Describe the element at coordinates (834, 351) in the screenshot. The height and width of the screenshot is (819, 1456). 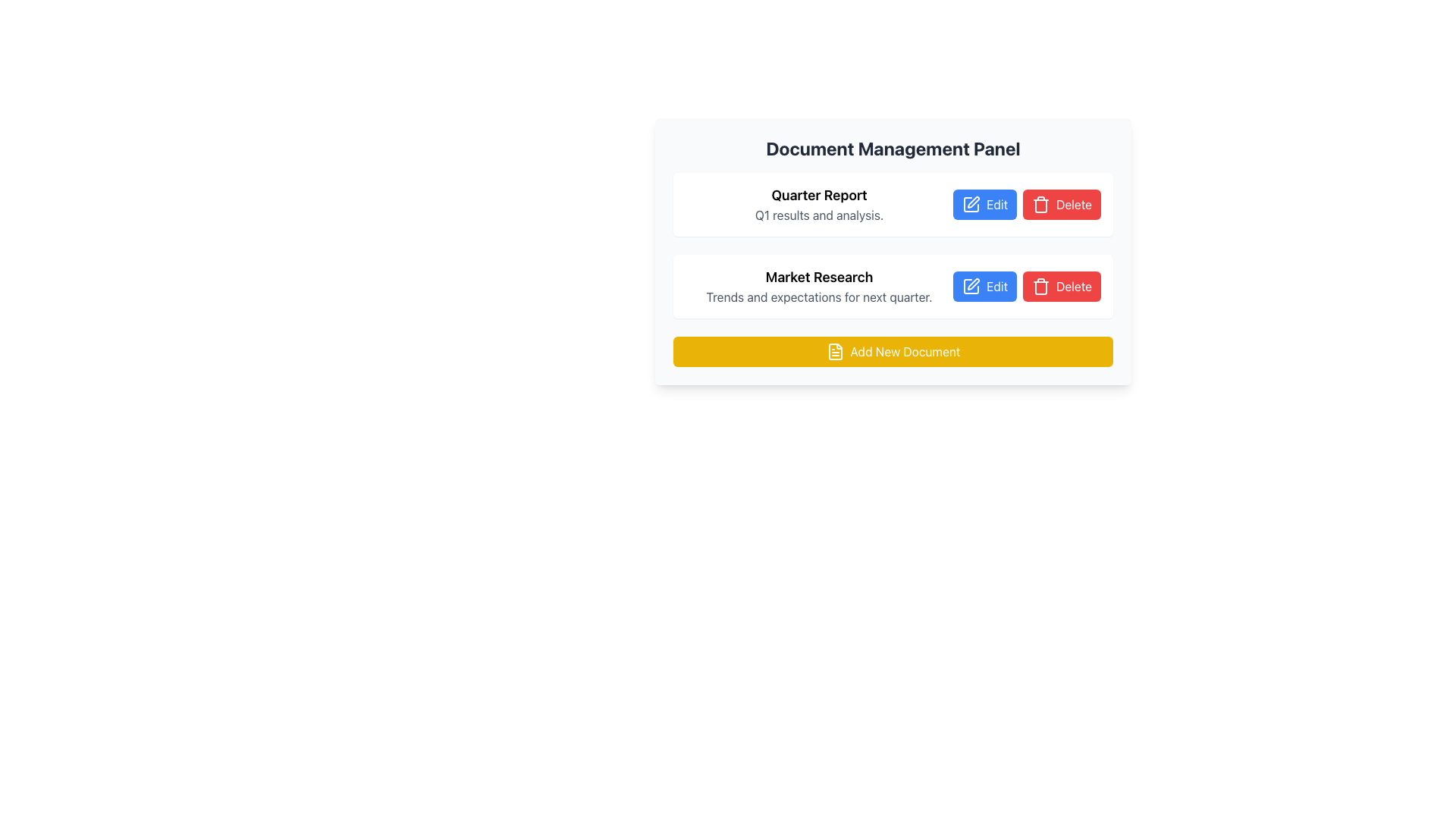
I see `the small document icon, which is a decorative SVG graphic located to the left of the text 'Add New Document' within the yellow button` at that location.